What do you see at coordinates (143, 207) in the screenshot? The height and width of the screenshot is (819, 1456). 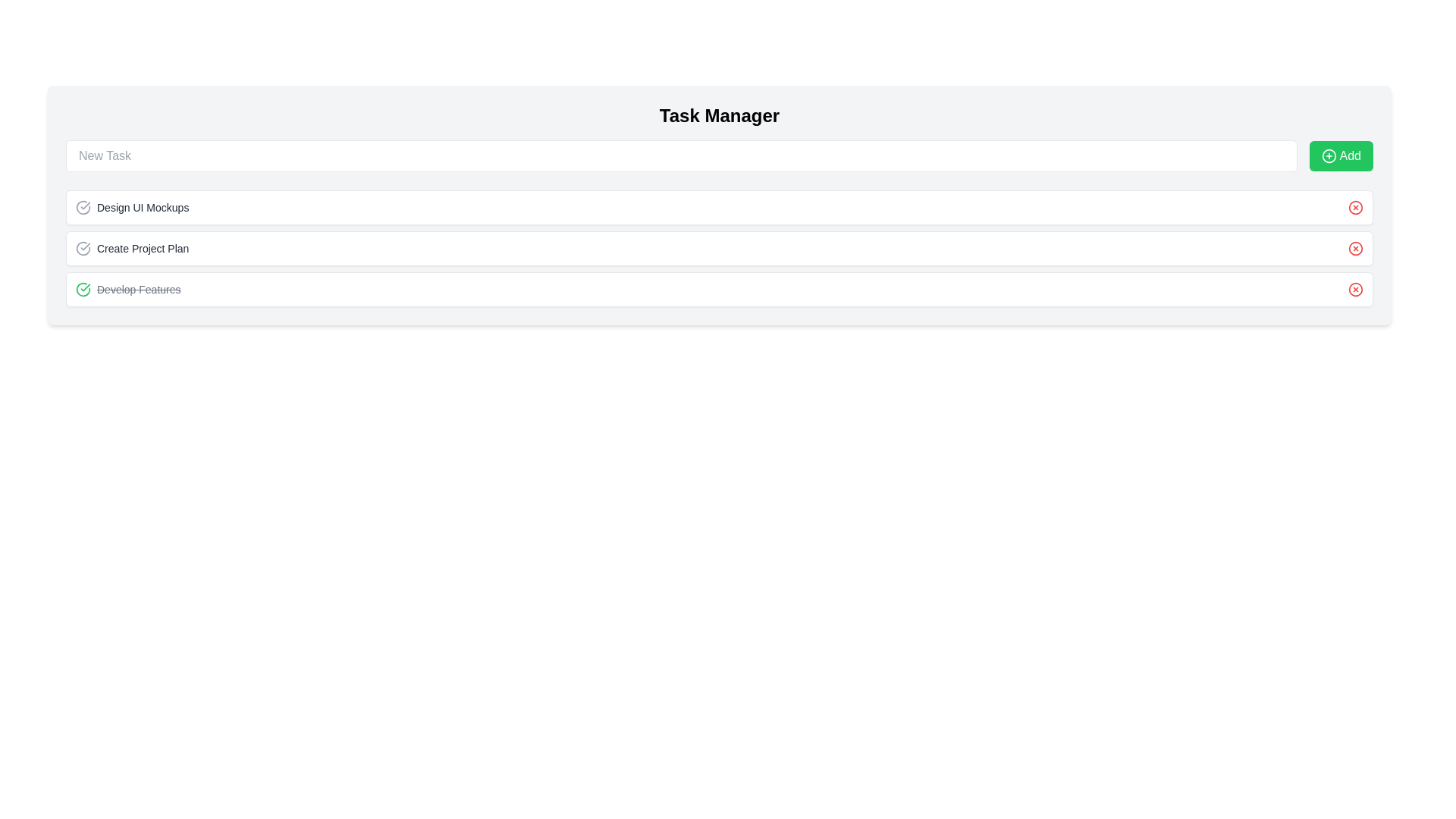 I see `the text label that describes a task entry in the task manager interface, located to the right of the circular checkmark icon` at bounding box center [143, 207].